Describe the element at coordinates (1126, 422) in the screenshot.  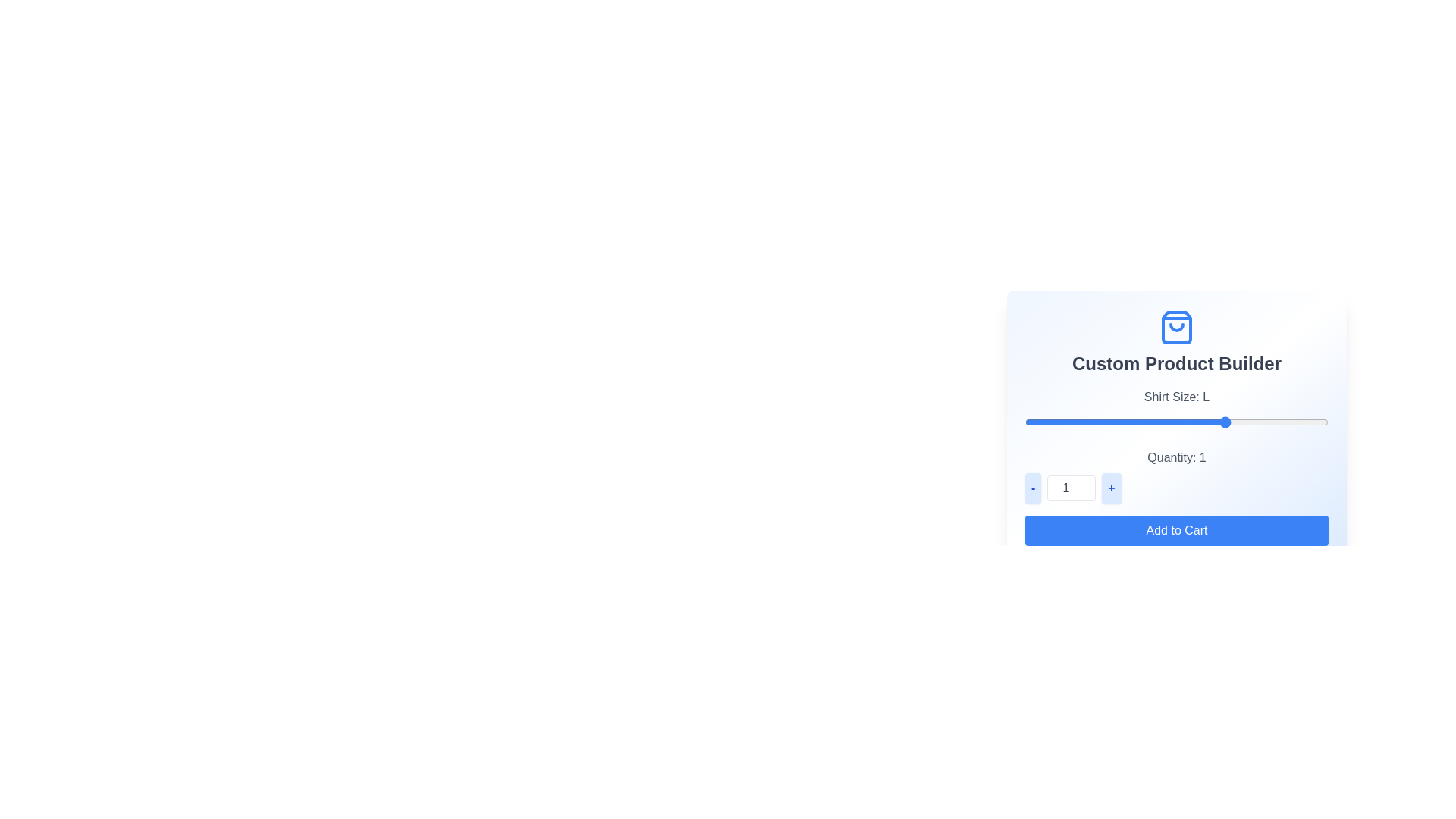
I see `the shirt size slider` at that location.